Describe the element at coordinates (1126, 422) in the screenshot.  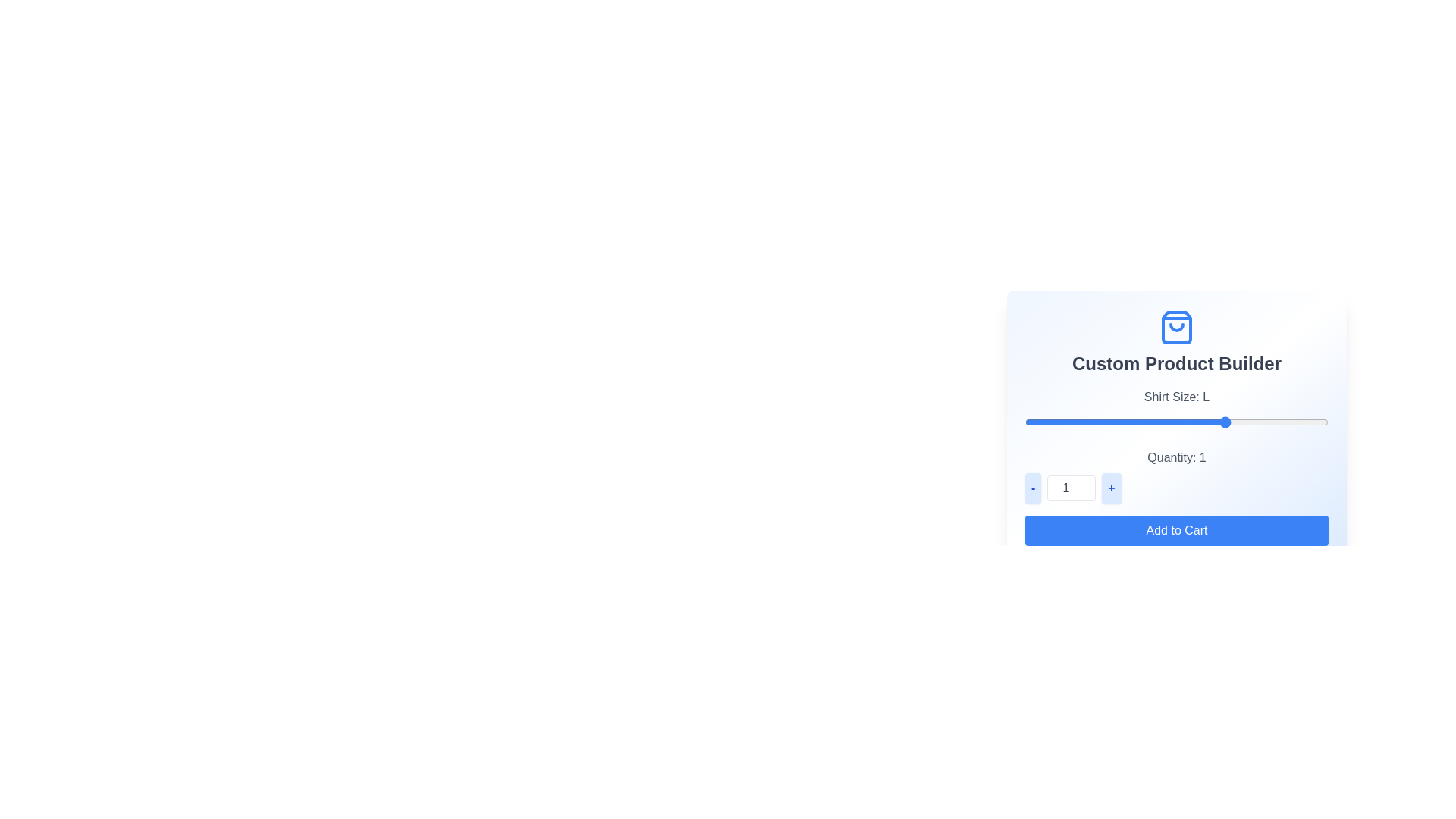
I see `the shirt size slider` at that location.